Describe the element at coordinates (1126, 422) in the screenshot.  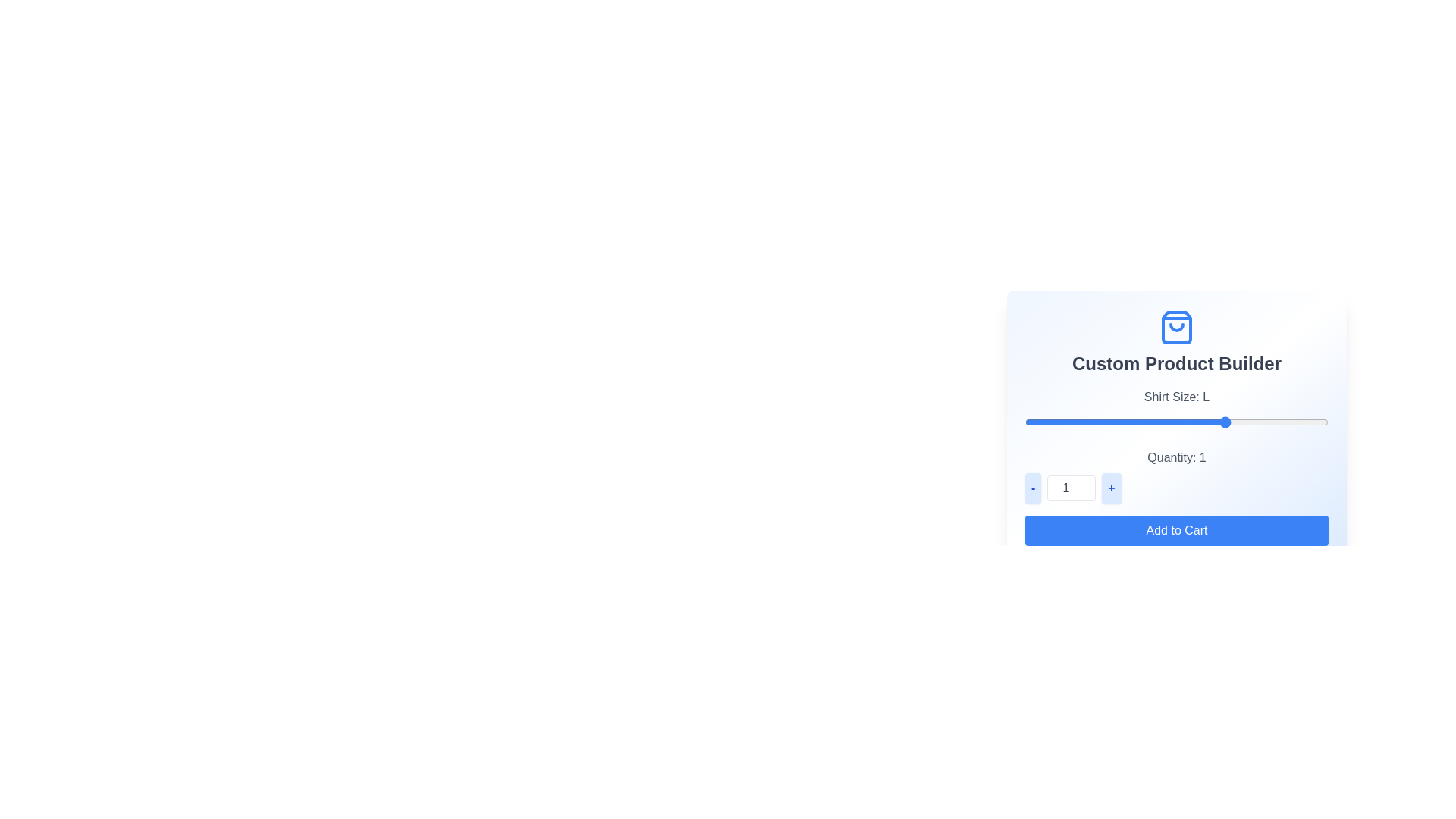
I see `the shirt size slider` at that location.